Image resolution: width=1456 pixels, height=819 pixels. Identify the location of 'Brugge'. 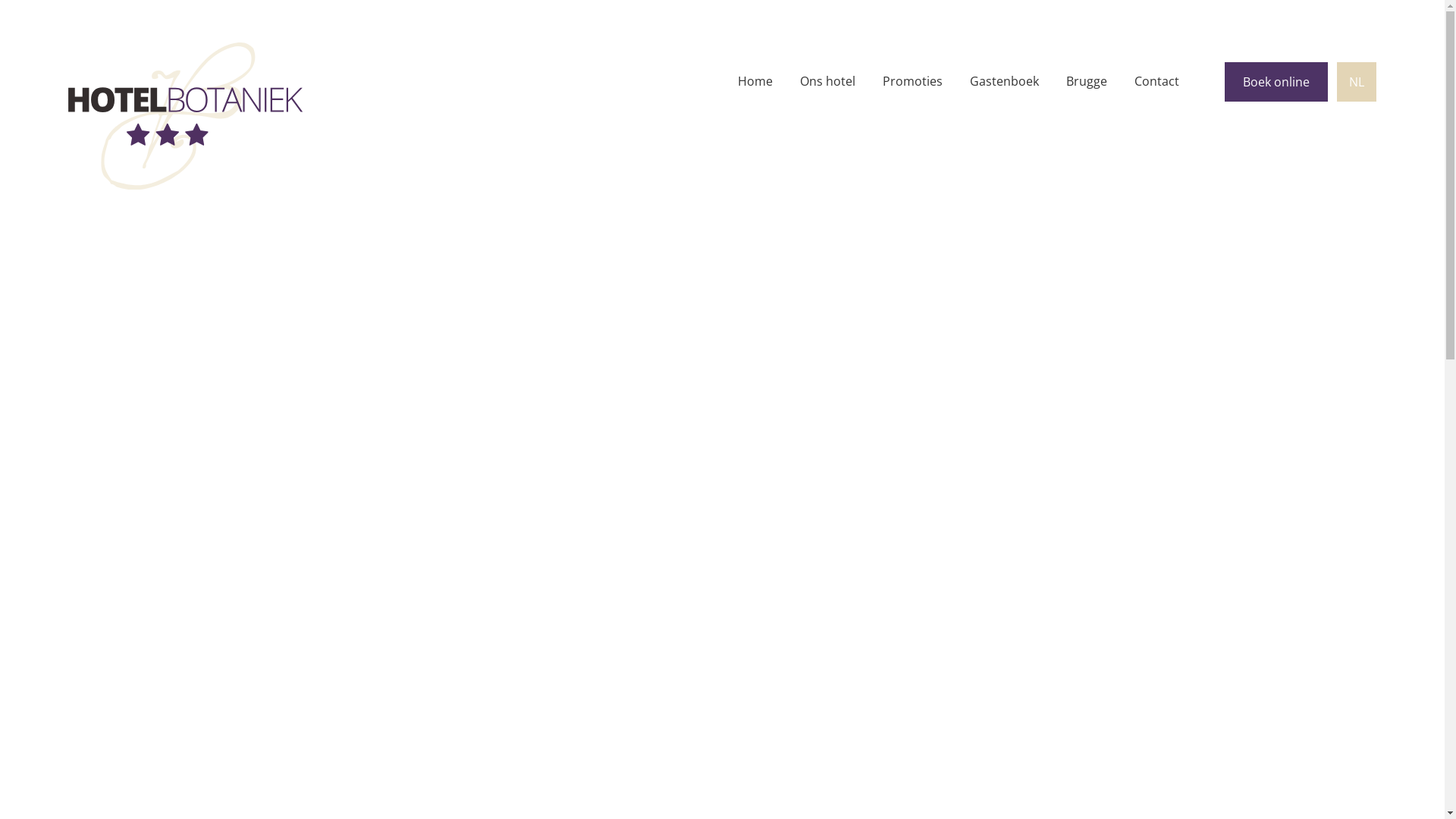
(1065, 82).